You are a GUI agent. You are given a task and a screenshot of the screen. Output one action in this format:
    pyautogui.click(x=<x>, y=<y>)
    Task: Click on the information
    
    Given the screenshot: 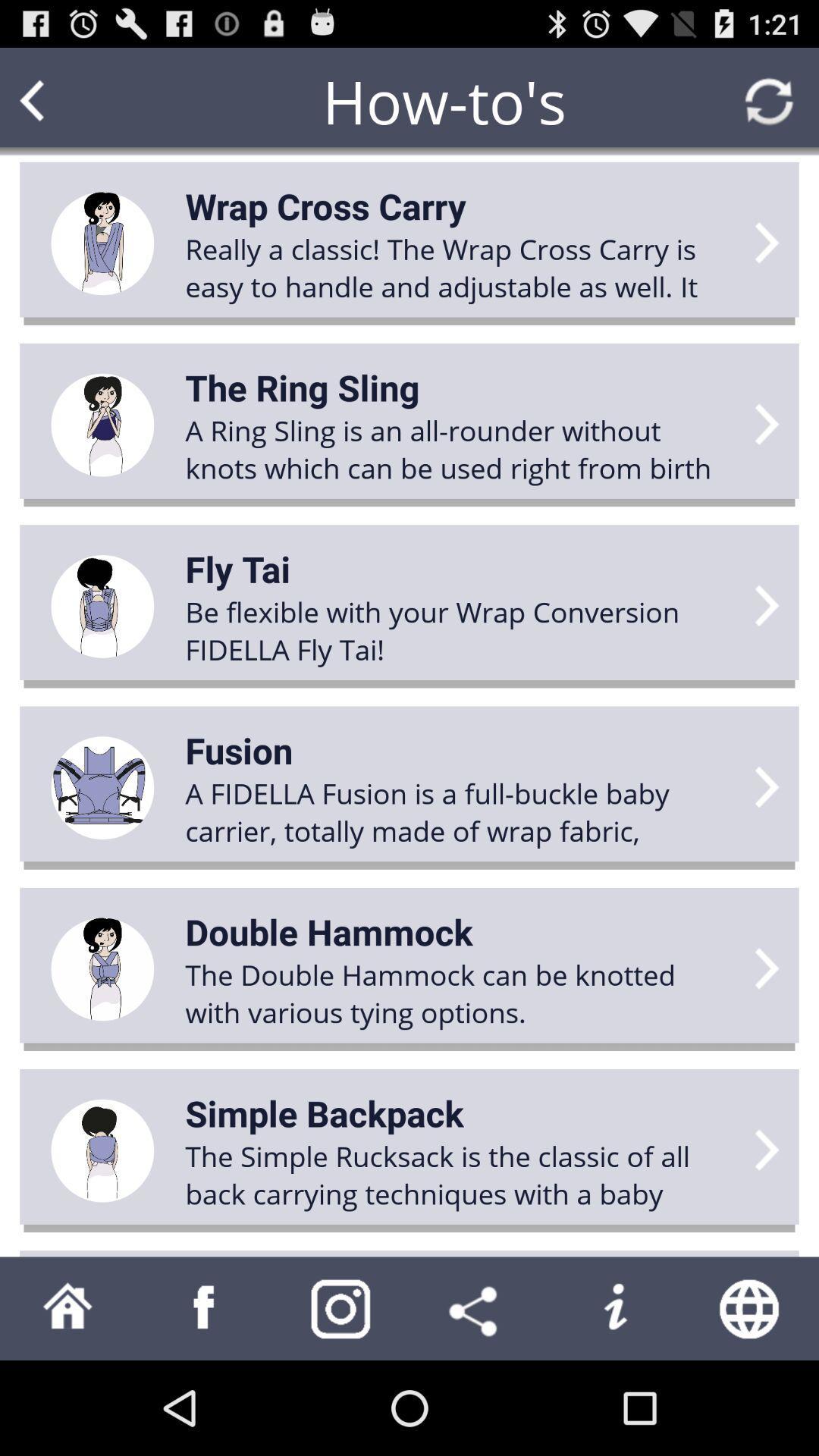 What is the action you would take?
    pyautogui.click(x=614, y=1307)
    